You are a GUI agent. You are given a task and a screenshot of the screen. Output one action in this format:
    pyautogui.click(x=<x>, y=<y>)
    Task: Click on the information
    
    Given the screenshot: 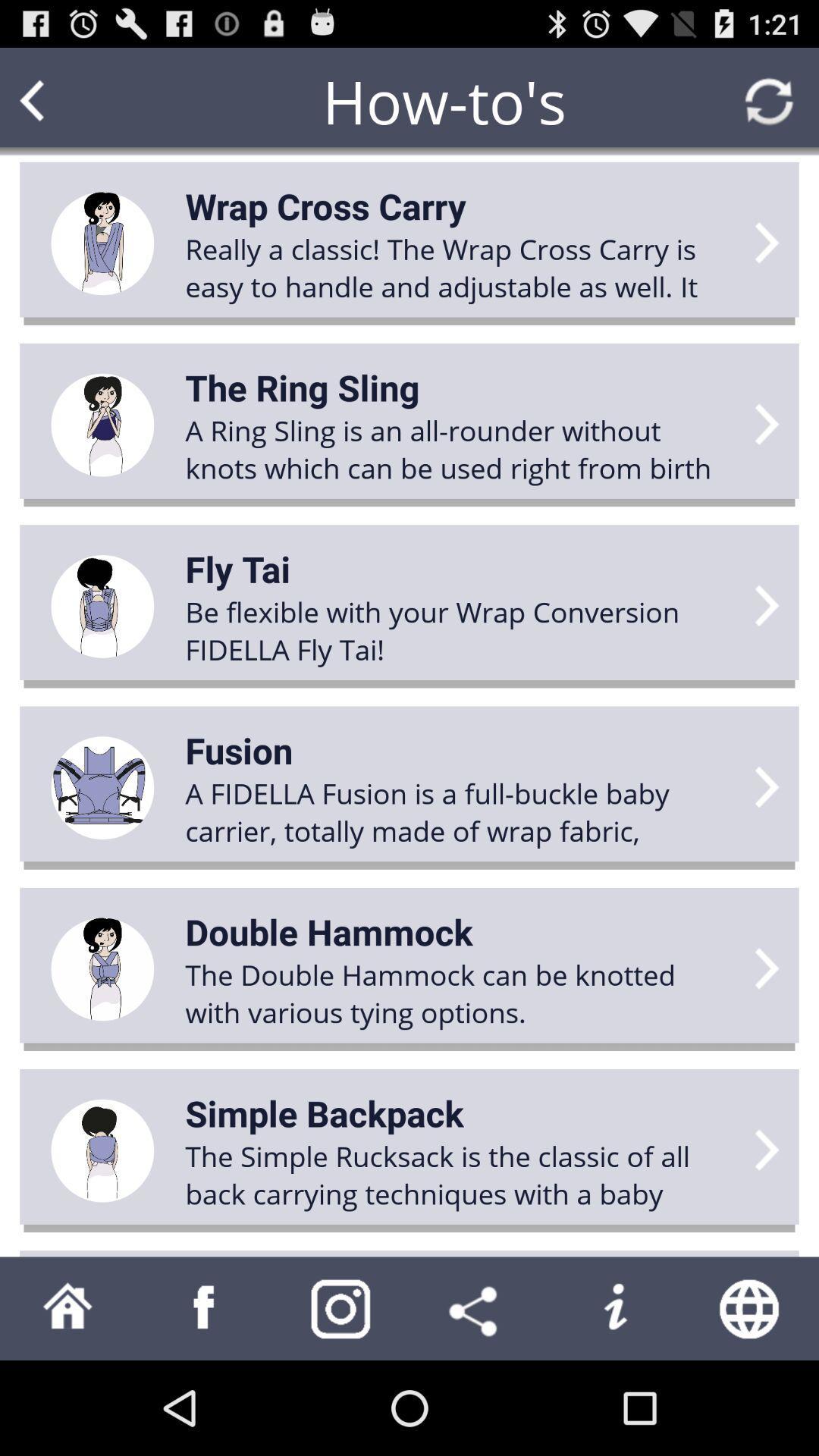 What is the action you would take?
    pyautogui.click(x=614, y=1307)
    